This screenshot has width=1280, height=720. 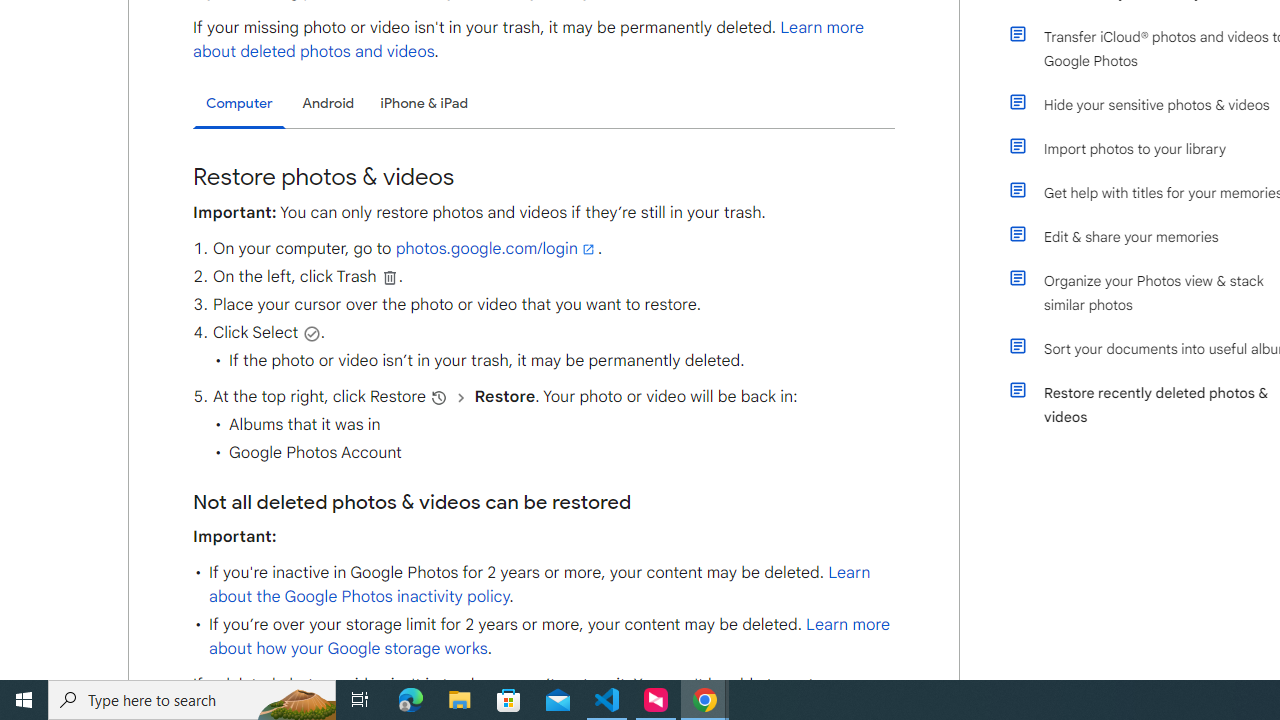 What do you see at coordinates (423, 103) in the screenshot?
I see `'iPhone & iPad'` at bounding box center [423, 103].